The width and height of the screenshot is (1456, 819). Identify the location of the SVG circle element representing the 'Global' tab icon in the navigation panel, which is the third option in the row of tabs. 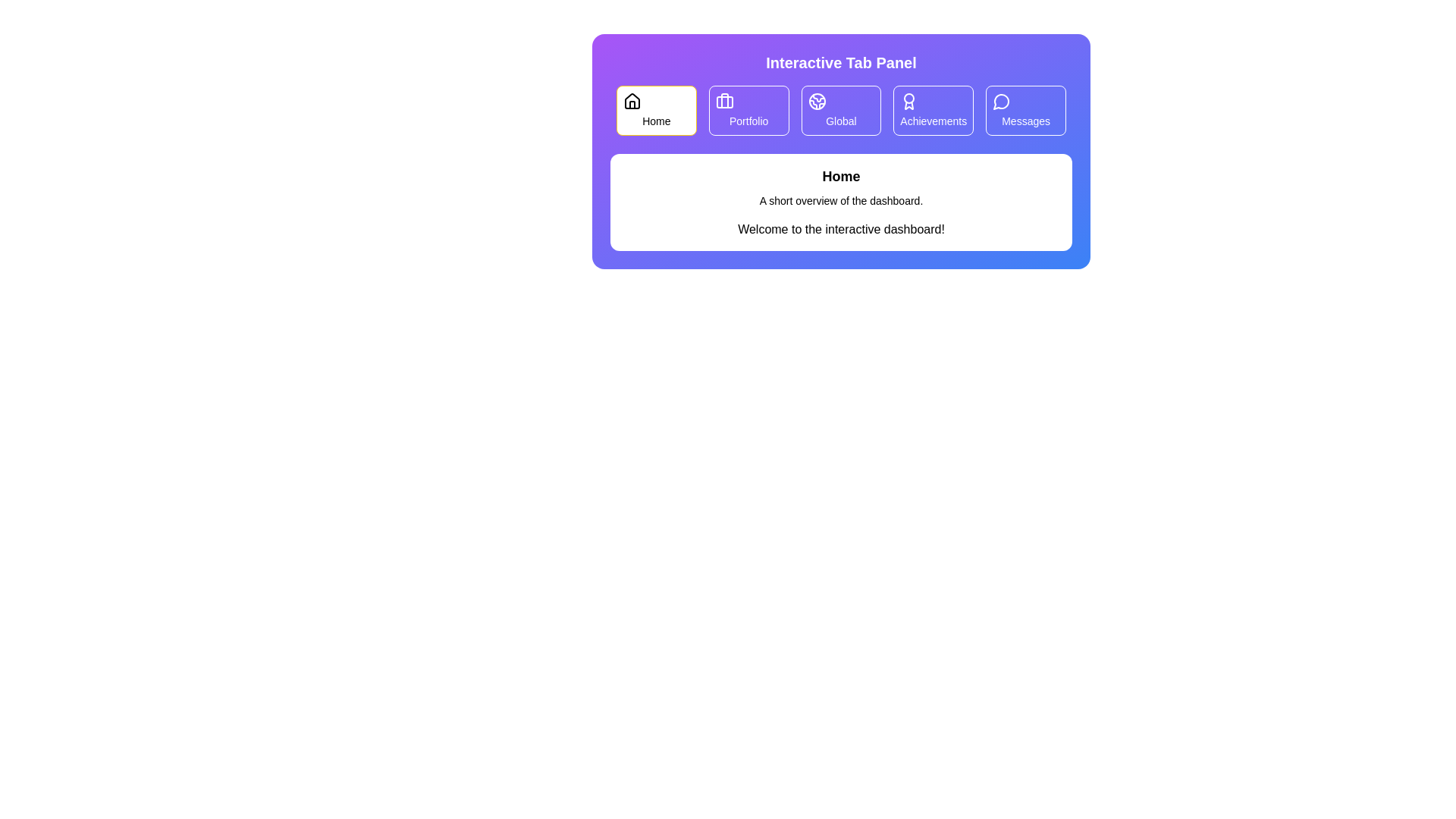
(816, 102).